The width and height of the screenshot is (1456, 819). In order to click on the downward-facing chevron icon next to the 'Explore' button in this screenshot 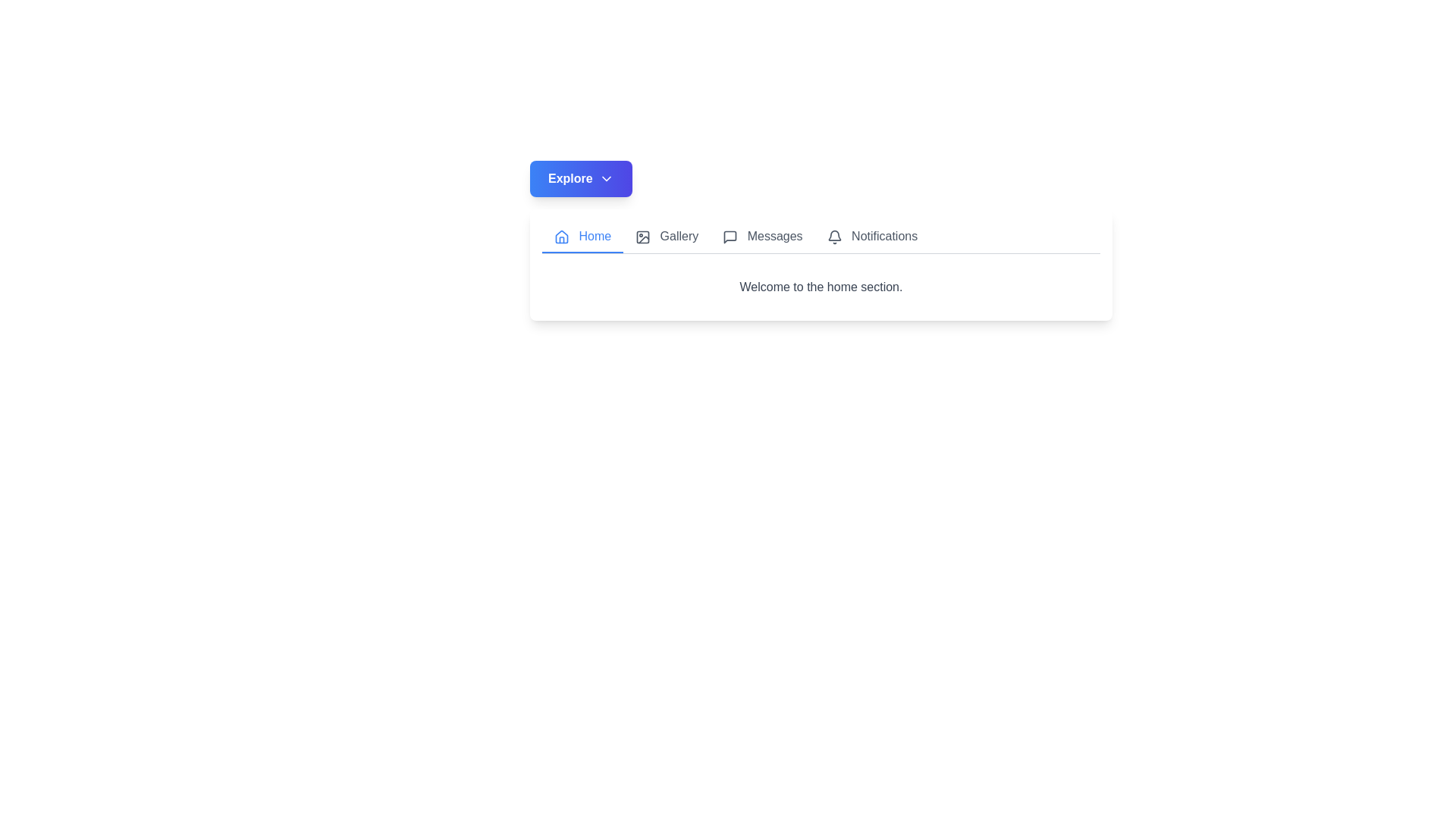, I will do `click(605, 177)`.